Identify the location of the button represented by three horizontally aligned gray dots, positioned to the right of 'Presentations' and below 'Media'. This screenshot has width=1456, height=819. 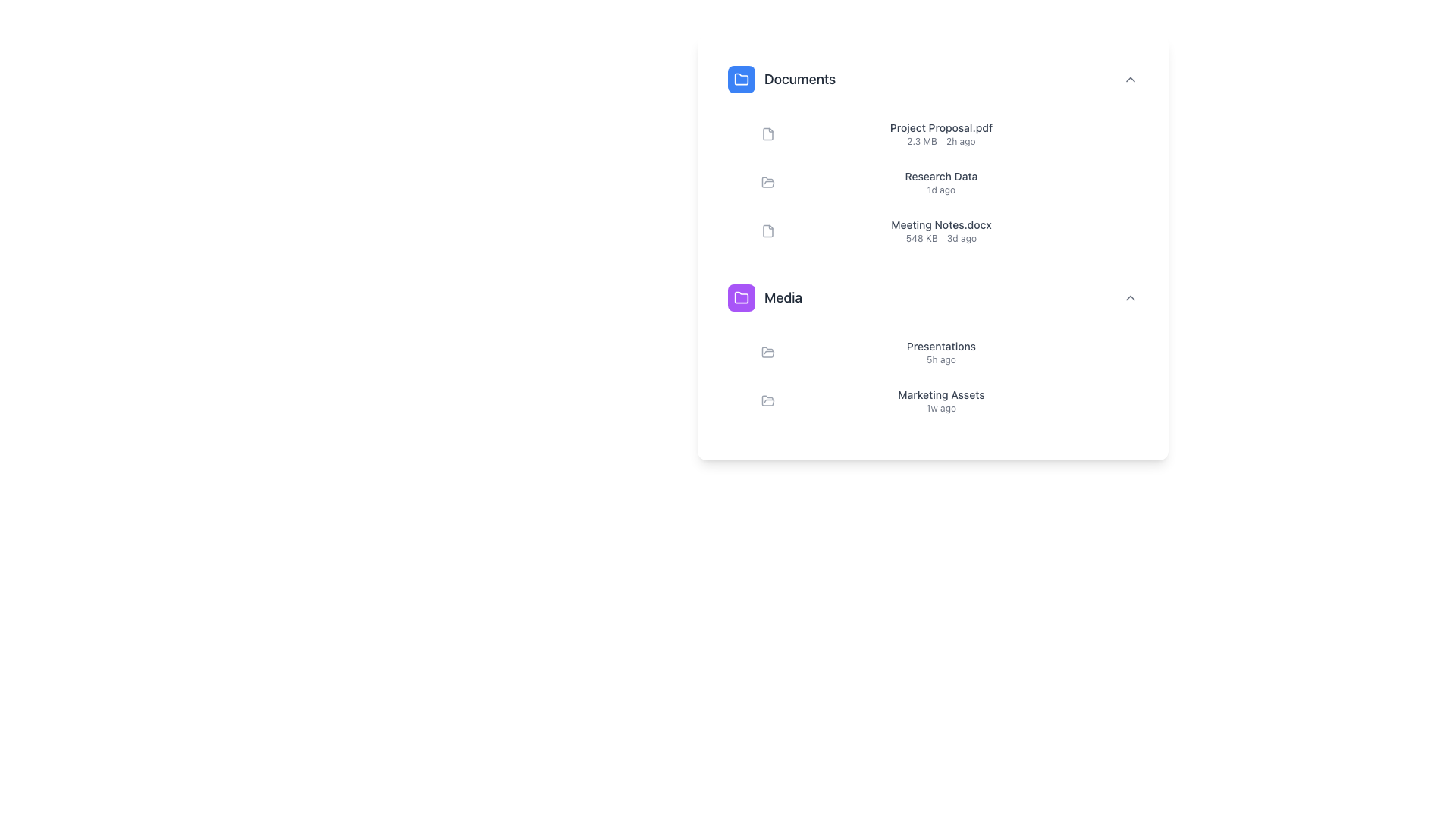
(1131, 353).